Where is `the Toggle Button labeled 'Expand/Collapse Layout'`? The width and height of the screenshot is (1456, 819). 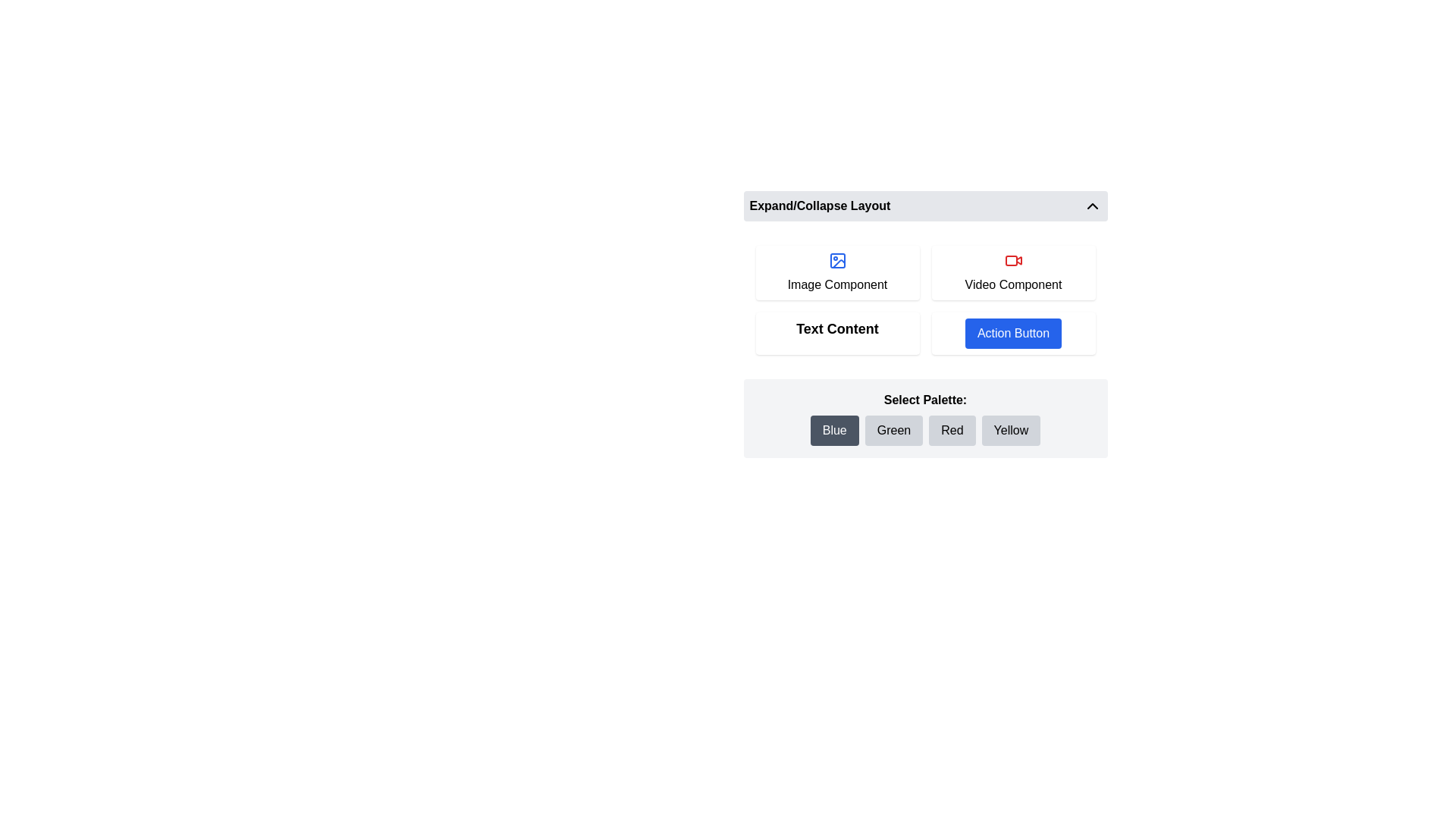 the Toggle Button labeled 'Expand/Collapse Layout' is located at coordinates (924, 206).